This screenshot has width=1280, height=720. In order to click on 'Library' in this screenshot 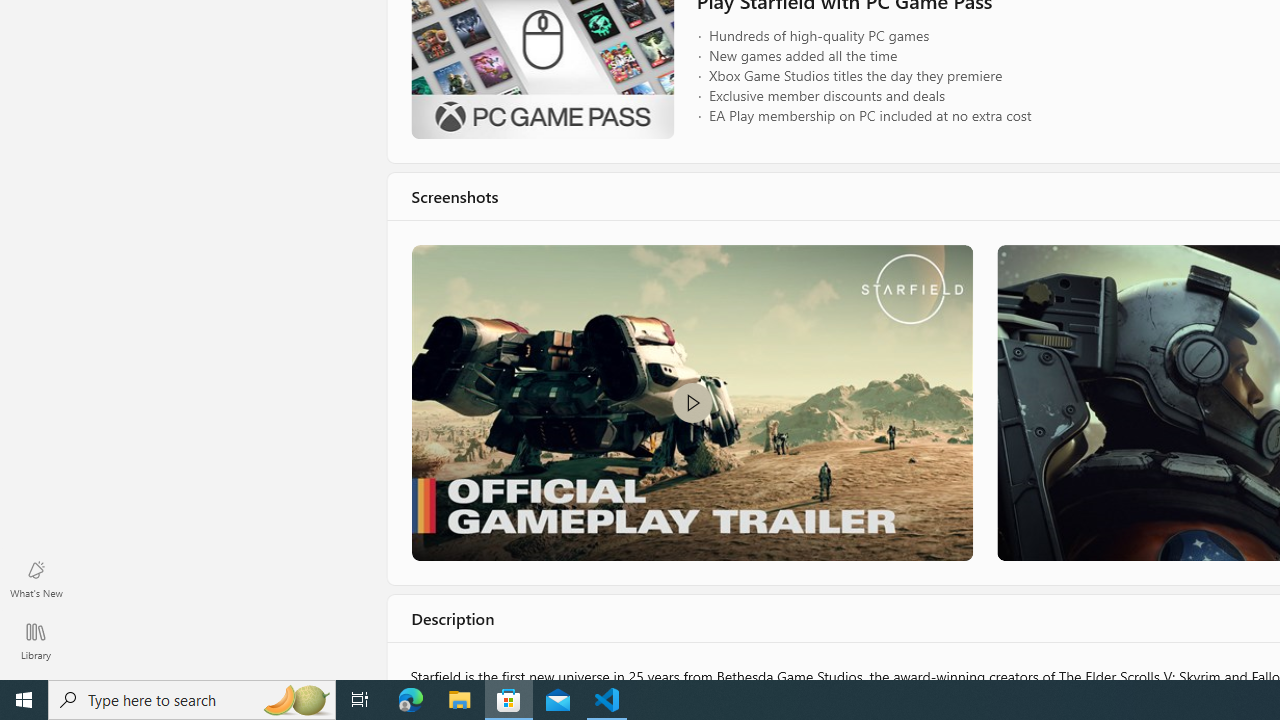, I will do `click(35, 640)`.